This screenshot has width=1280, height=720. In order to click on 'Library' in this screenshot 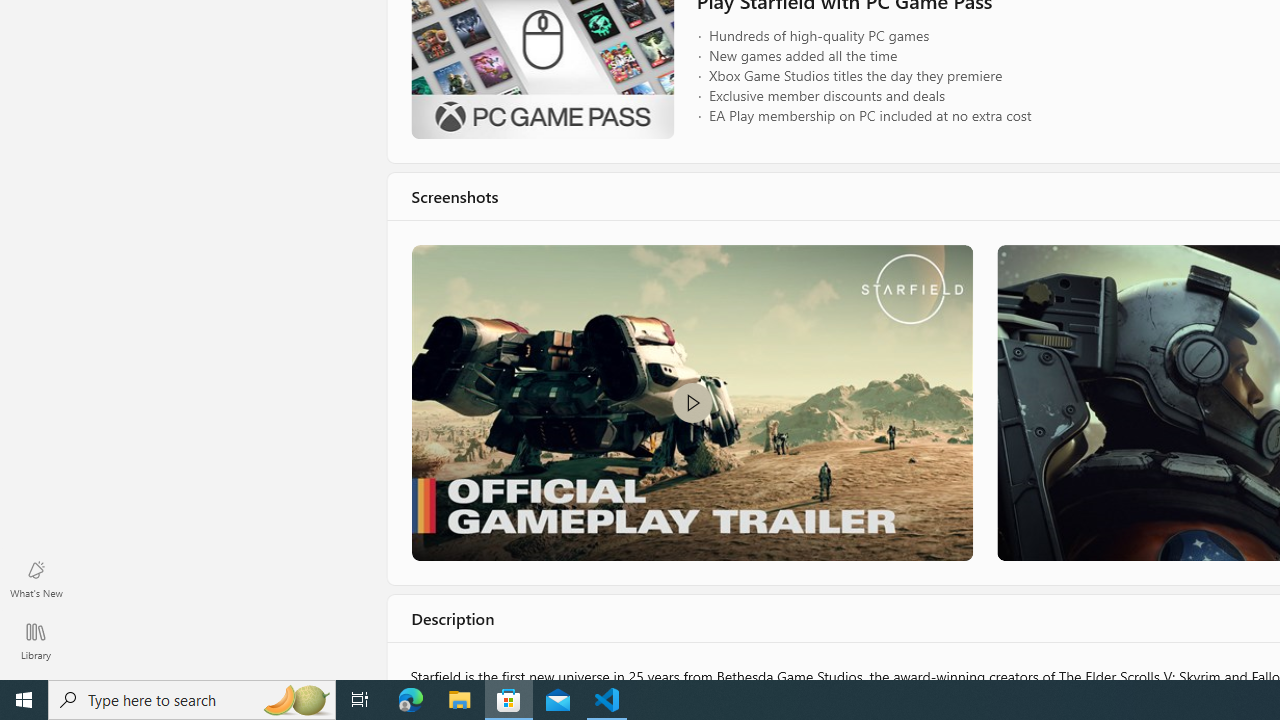, I will do `click(35, 640)`.